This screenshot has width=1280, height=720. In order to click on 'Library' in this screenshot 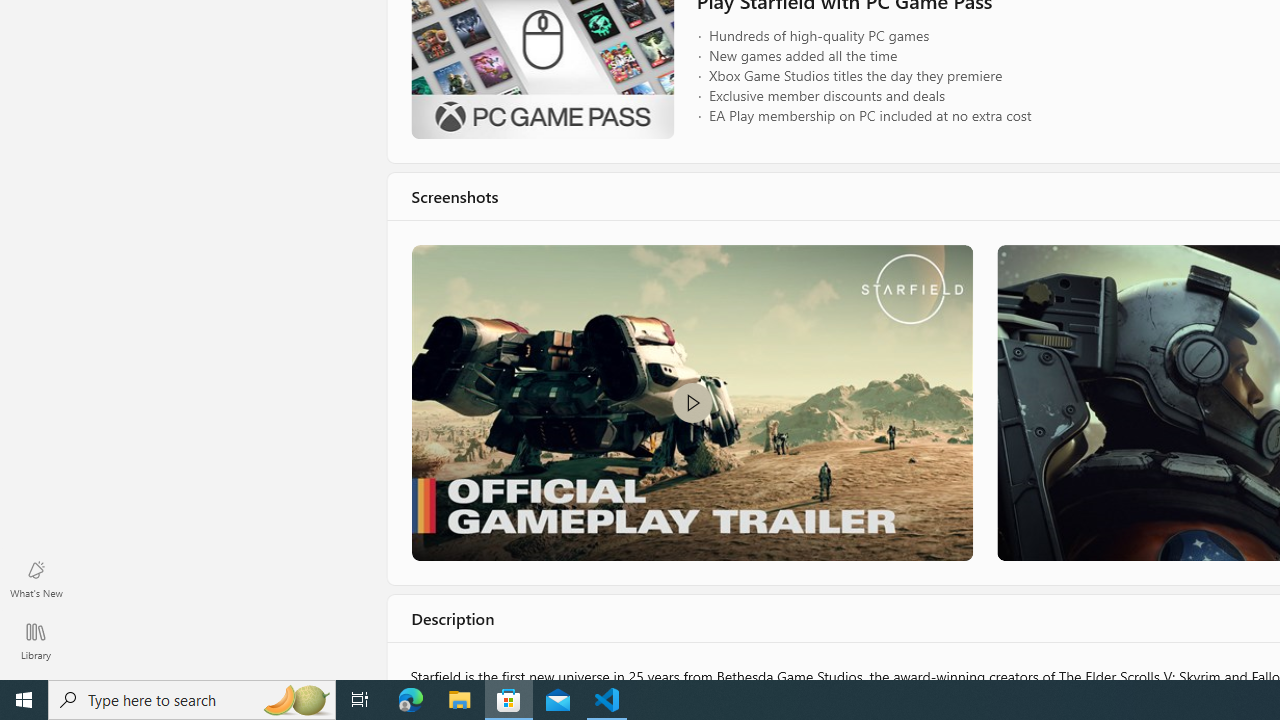, I will do `click(35, 640)`.